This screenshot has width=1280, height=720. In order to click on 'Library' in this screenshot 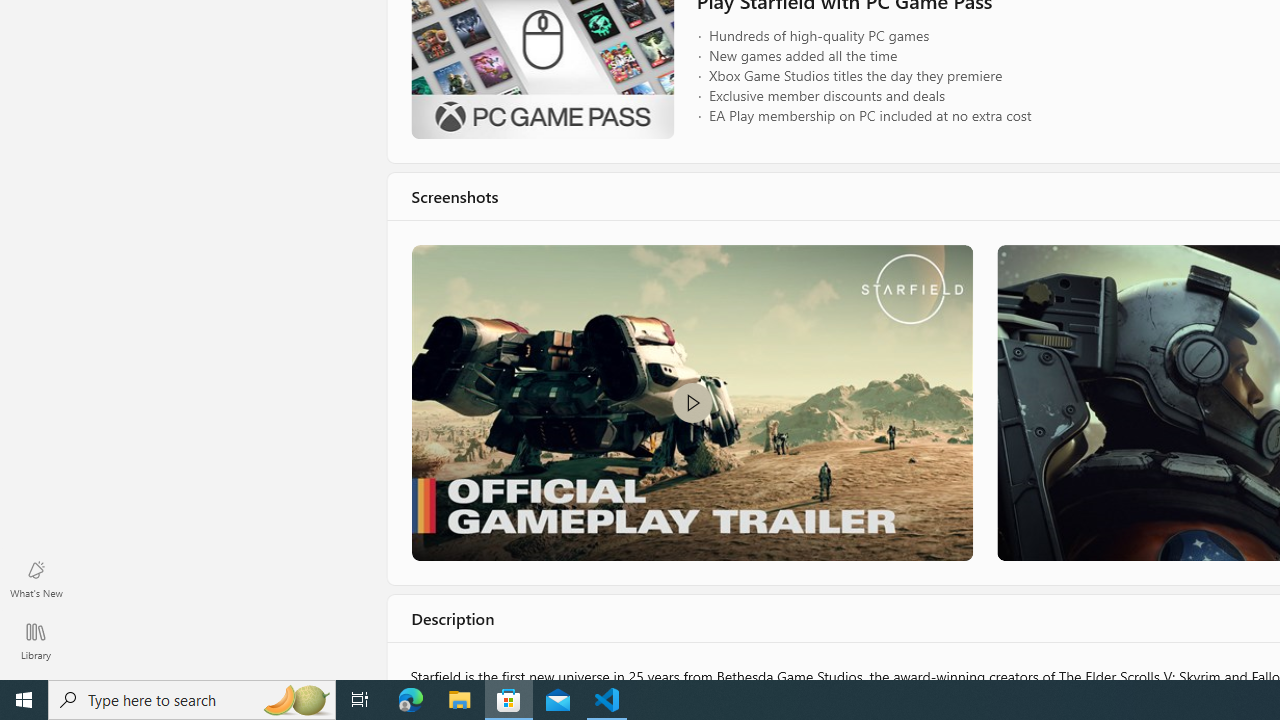, I will do `click(35, 640)`.